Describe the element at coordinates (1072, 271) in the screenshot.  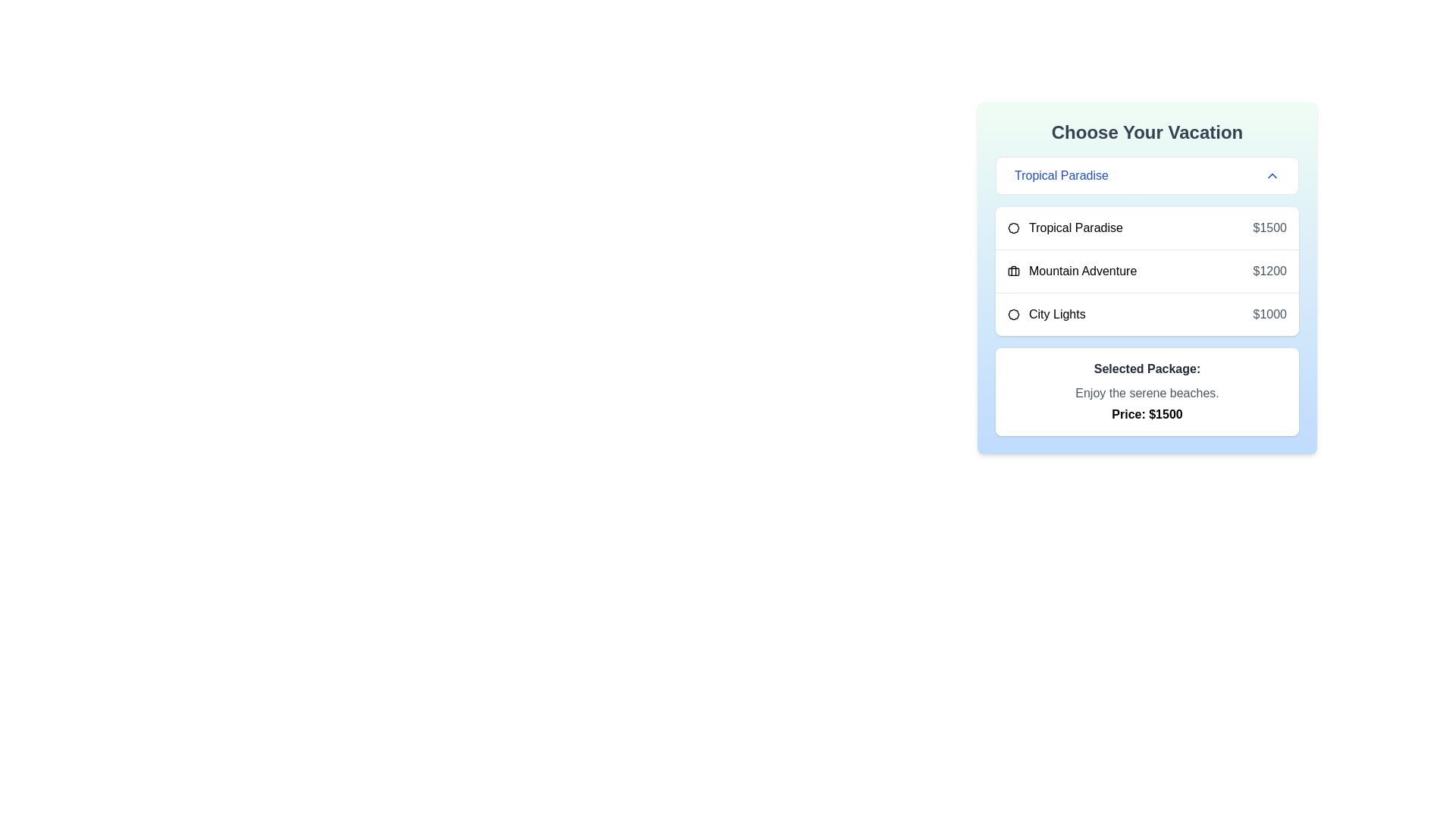
I see `the 'Mountain Adventure' package label, which is the second option in the vacation package selection list` at that location.